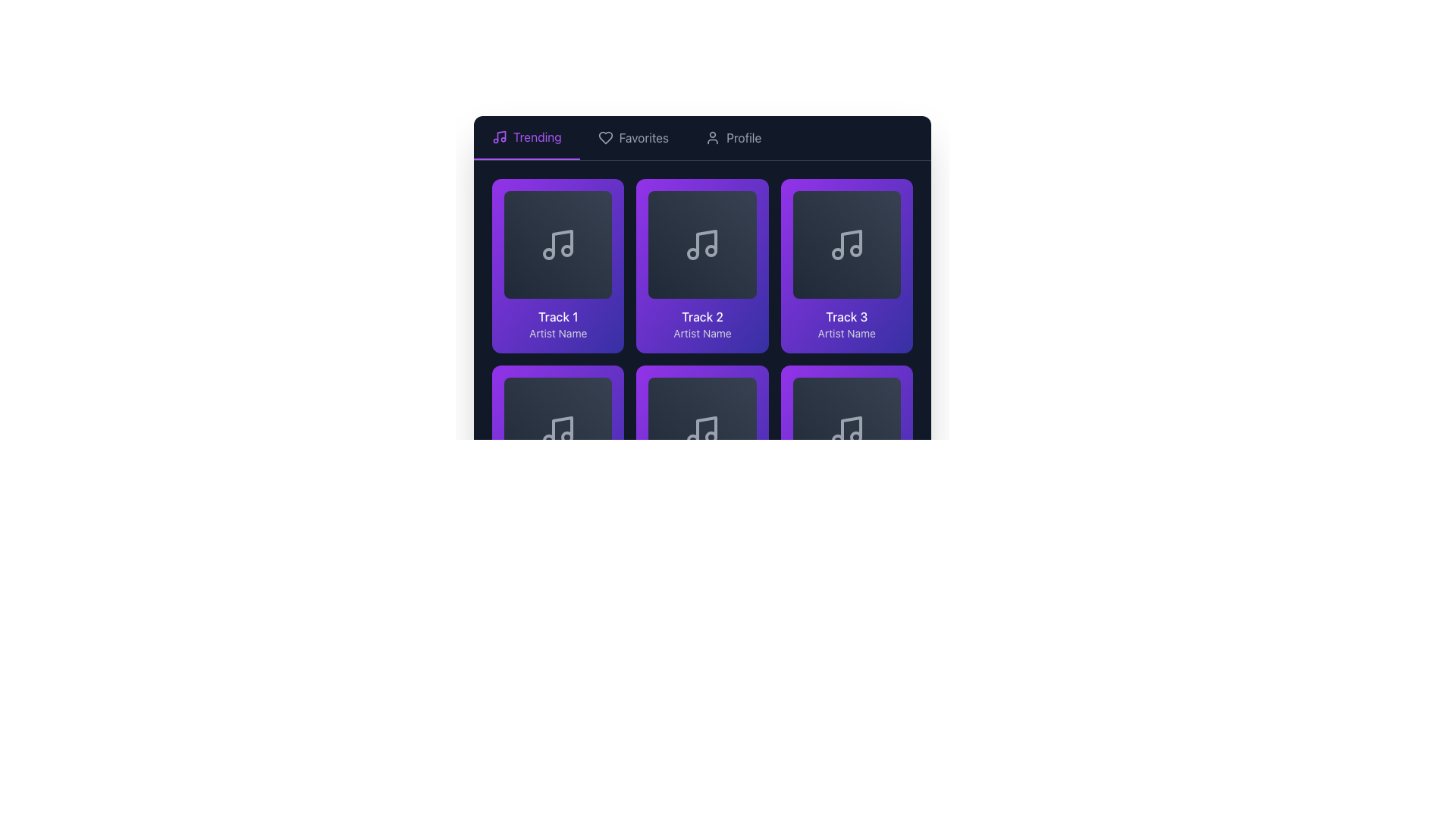 The image size is (1456, 819). What do you see at coordinates (711, 250) in the screenshot?
I see `the decorative circular graphical icon element within the music note icon in the second tile ('Track 2') of the grid` at bounding box center [711, 250].